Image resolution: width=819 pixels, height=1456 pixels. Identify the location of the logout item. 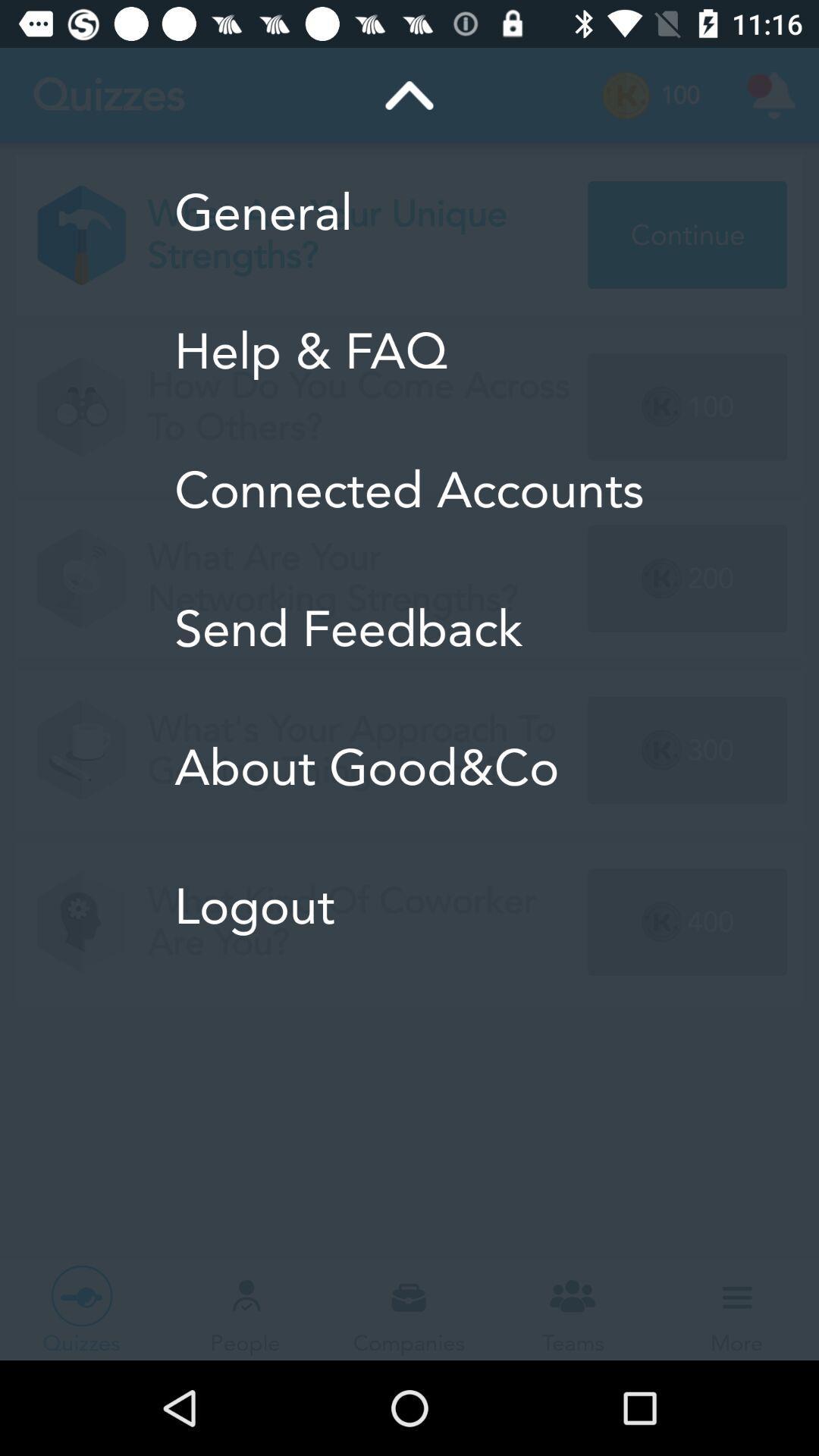
(408, 906).